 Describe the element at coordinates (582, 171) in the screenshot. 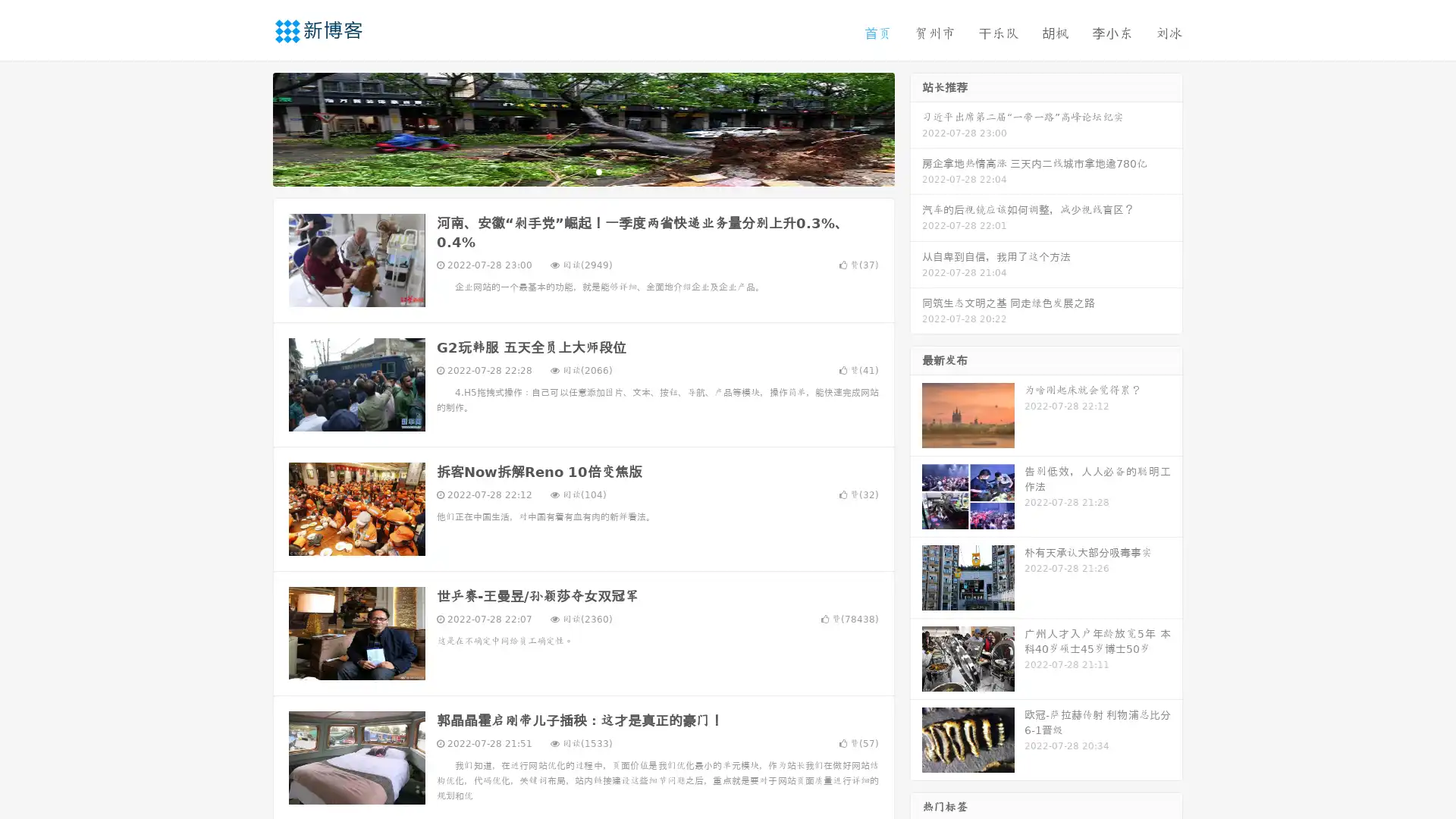

I see `Go to slide 2` at that location.